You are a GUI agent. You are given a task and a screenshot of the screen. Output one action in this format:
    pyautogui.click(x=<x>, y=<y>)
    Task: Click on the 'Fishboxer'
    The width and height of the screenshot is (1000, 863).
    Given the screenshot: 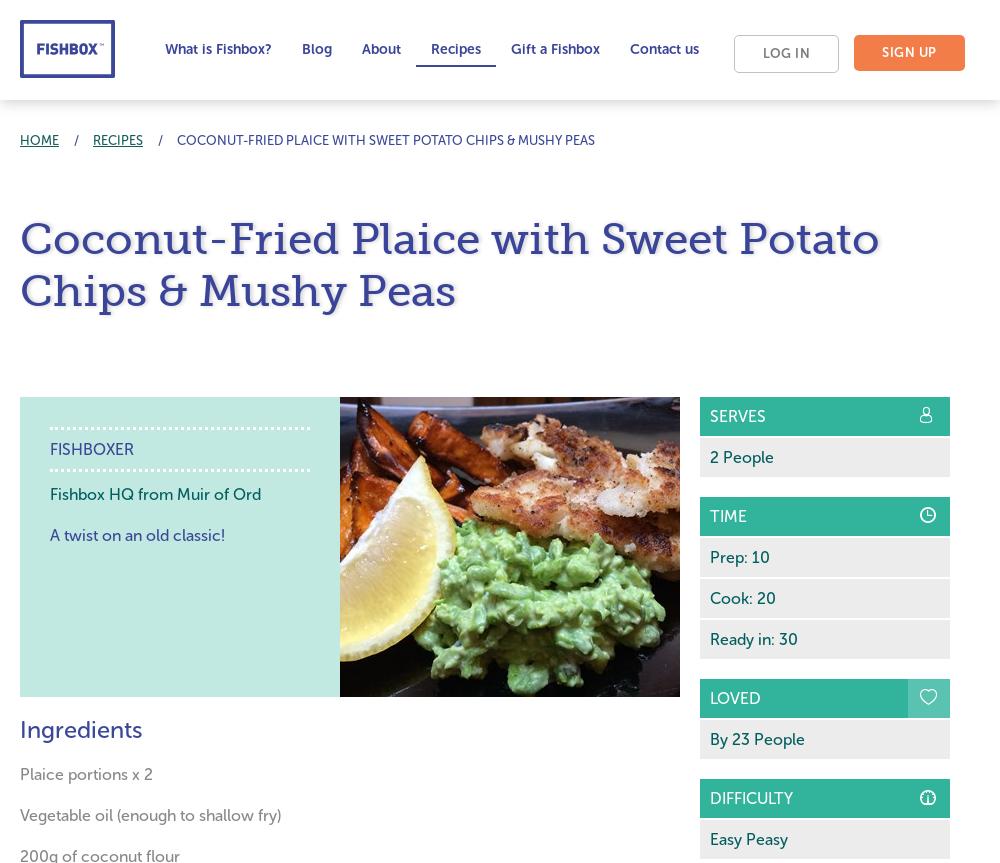 What is the action you would take?
    pyautogui.click(x=91, y=448)
    